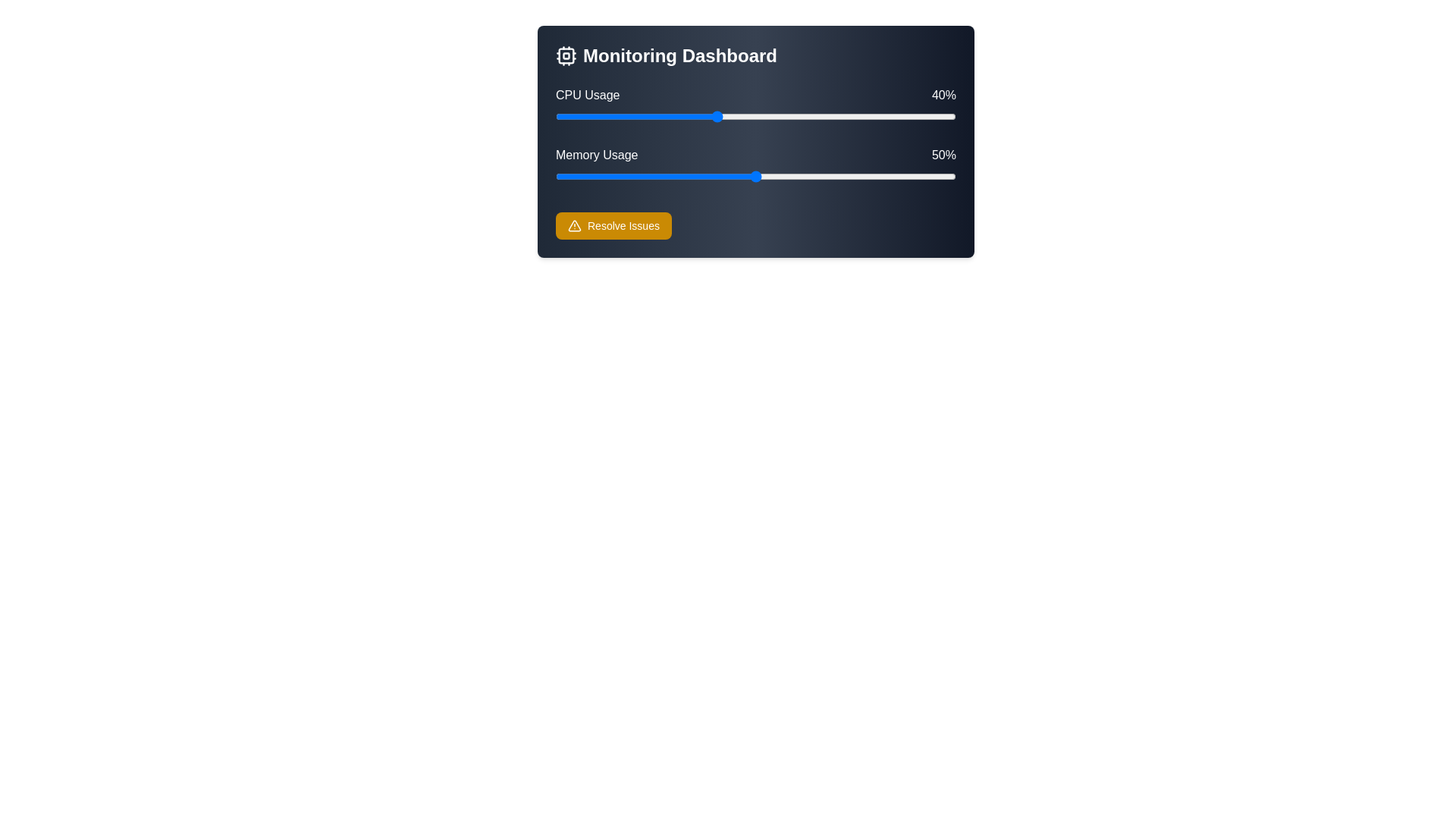  Describe the element at coordinates (756, 175) in the screenshot. I see `the horizontal range slider located just below the 'Memory Usage' label and adjacent to the '50%' percentage label` at that location.